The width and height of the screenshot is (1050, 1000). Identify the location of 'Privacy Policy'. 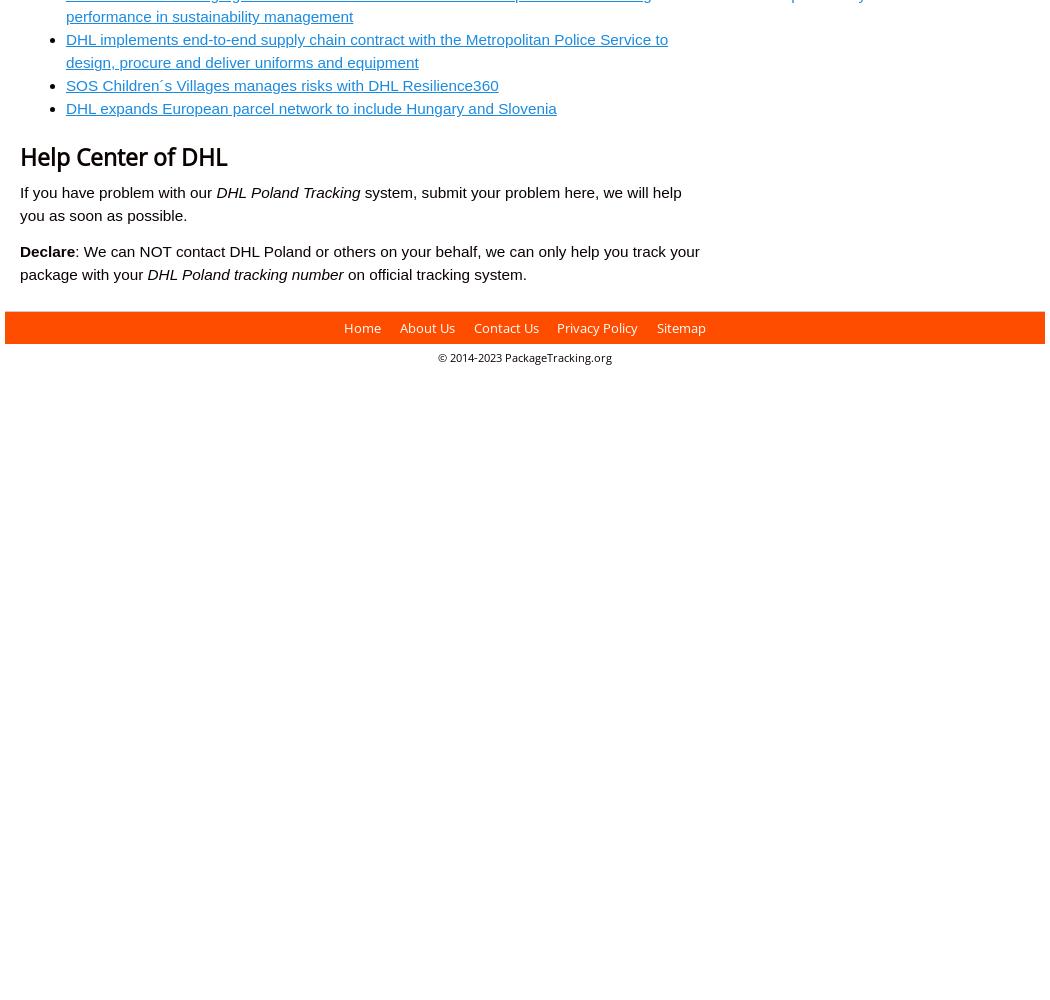
(557, 326).